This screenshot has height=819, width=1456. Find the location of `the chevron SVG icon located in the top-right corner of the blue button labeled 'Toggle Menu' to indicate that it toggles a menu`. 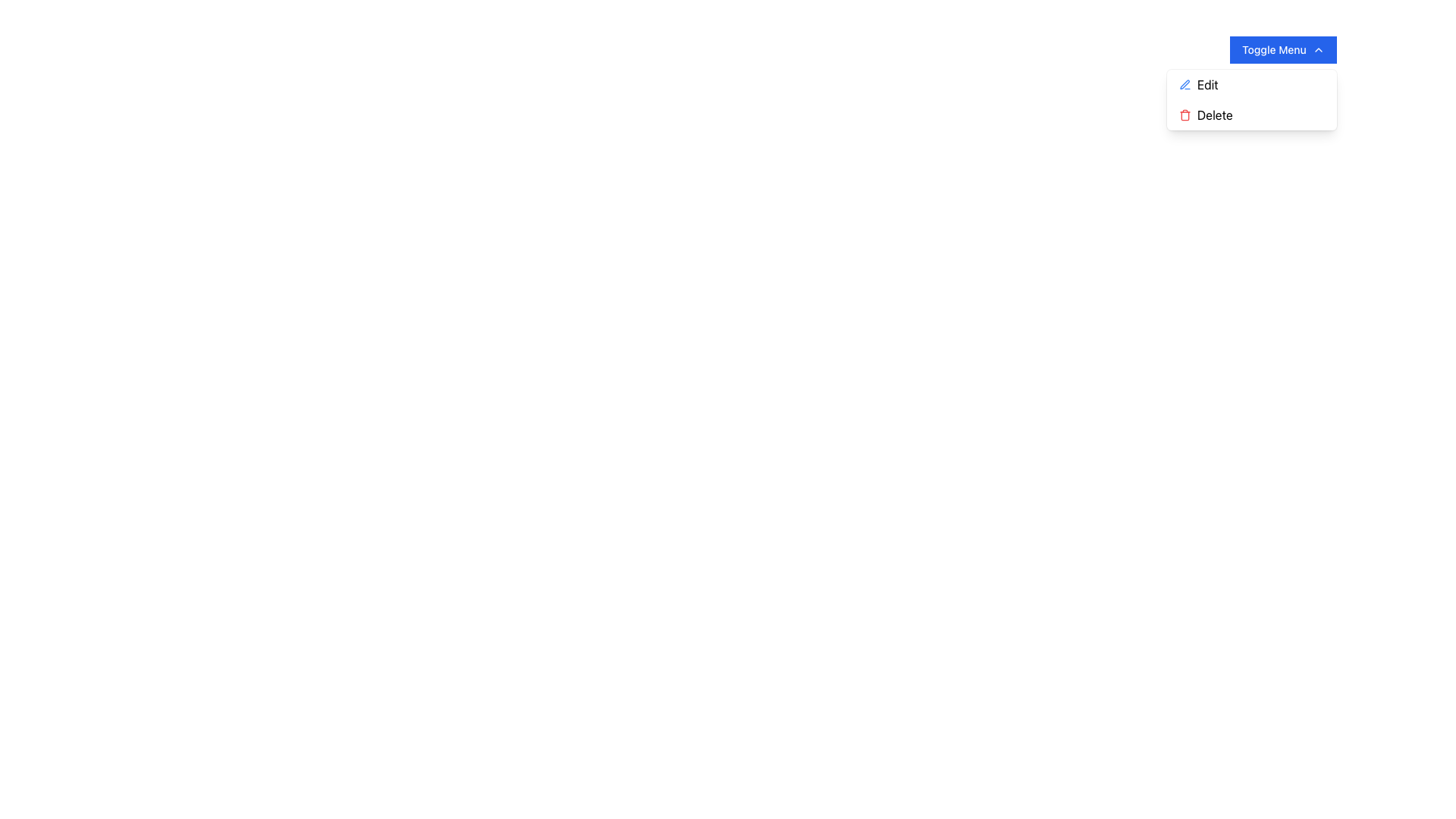

the chevron SVG icon located in the top-right corner of the blue button labeled 'Toggle Menu' to indicate that it toggles a menu is located at coordinates (1317, 49).